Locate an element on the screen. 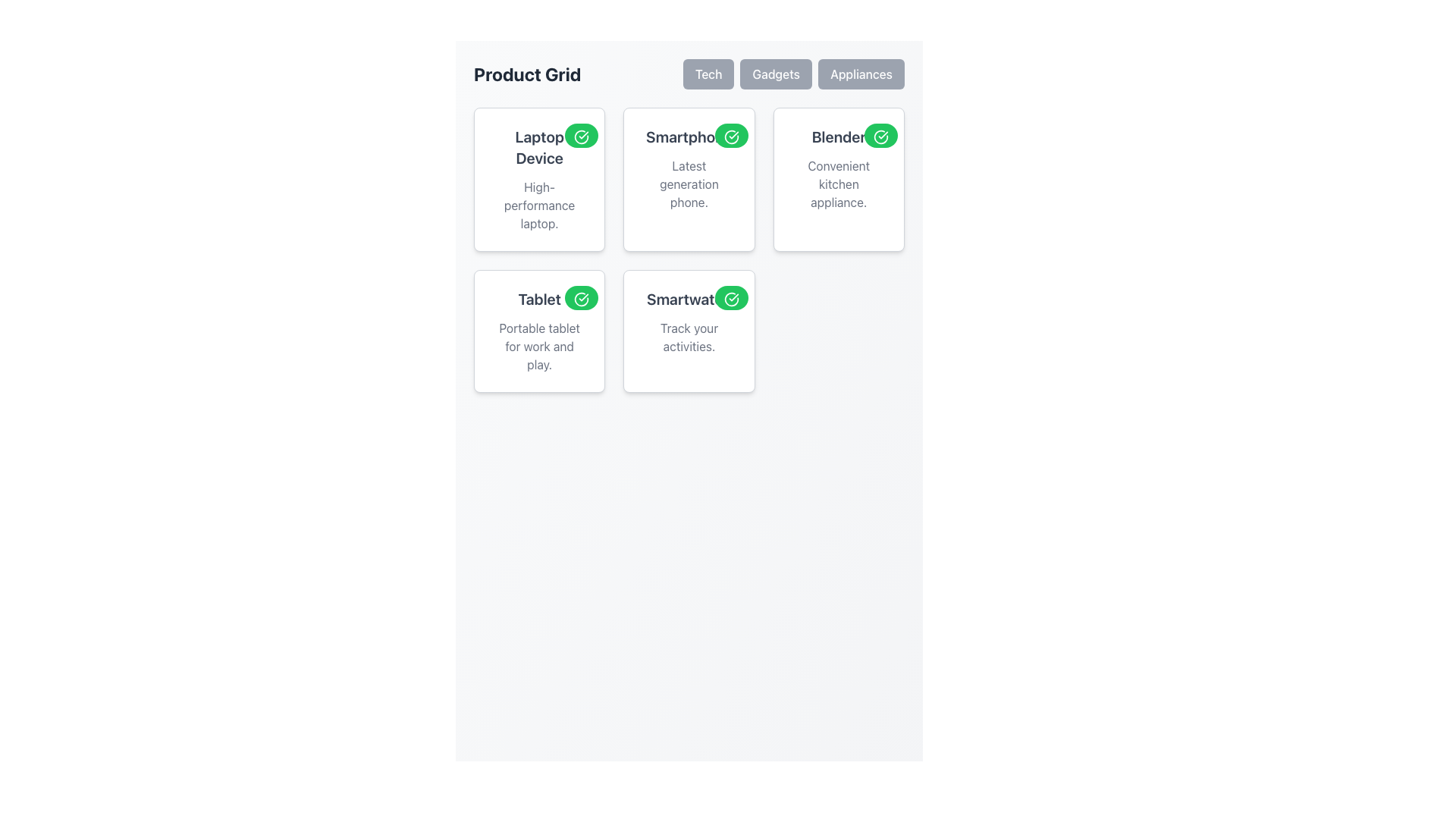 The image size is (1456, 819). the interactive button located at the top-right corner of the 'Blender' product card is located at coordinates (880, 134).